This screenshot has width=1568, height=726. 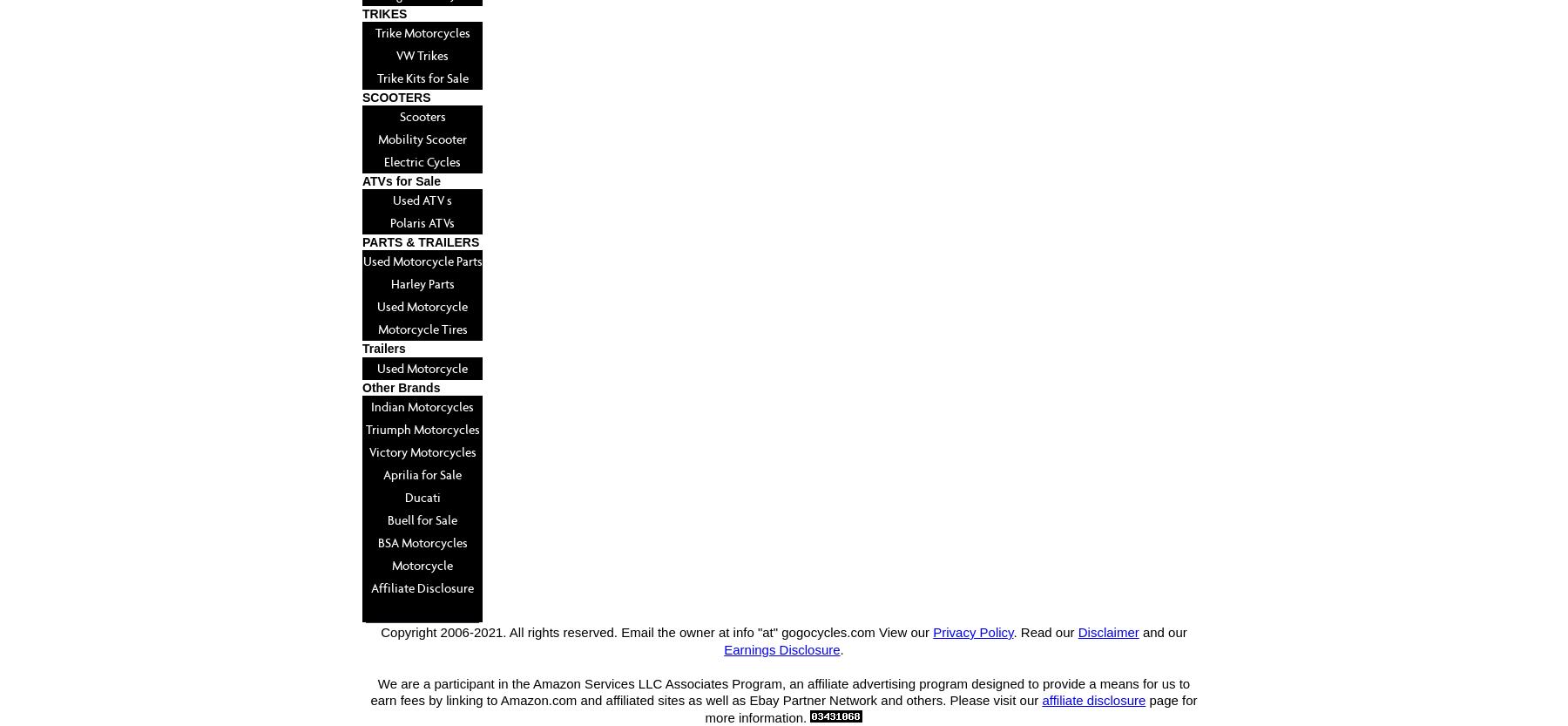 What do you see at coordinates (421, 199) in the screenshot?
I see `'Used ATV s'` at bounding box center [421, 199].